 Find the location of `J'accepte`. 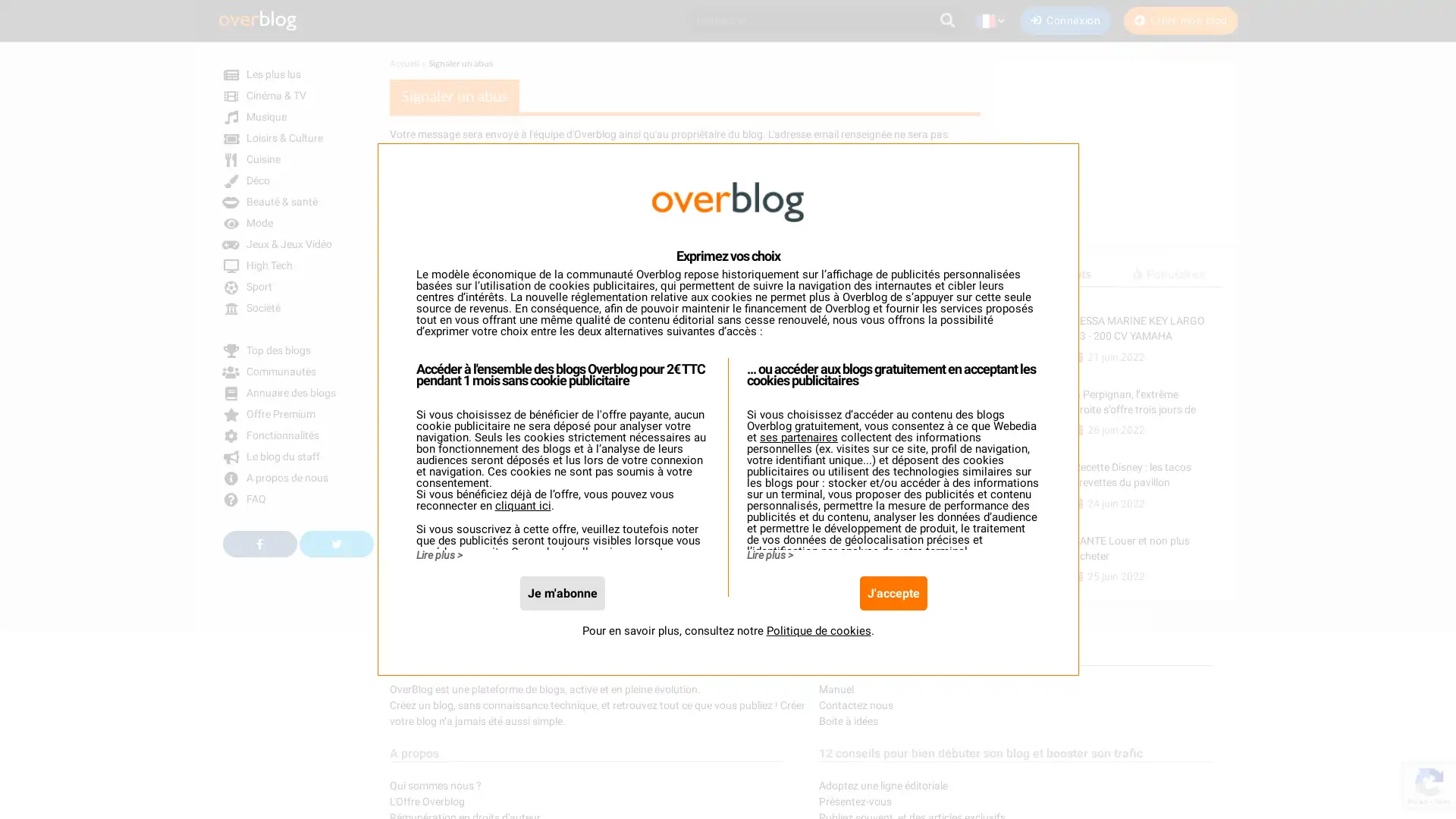

J'accepte is located at coordinates (893, 591).